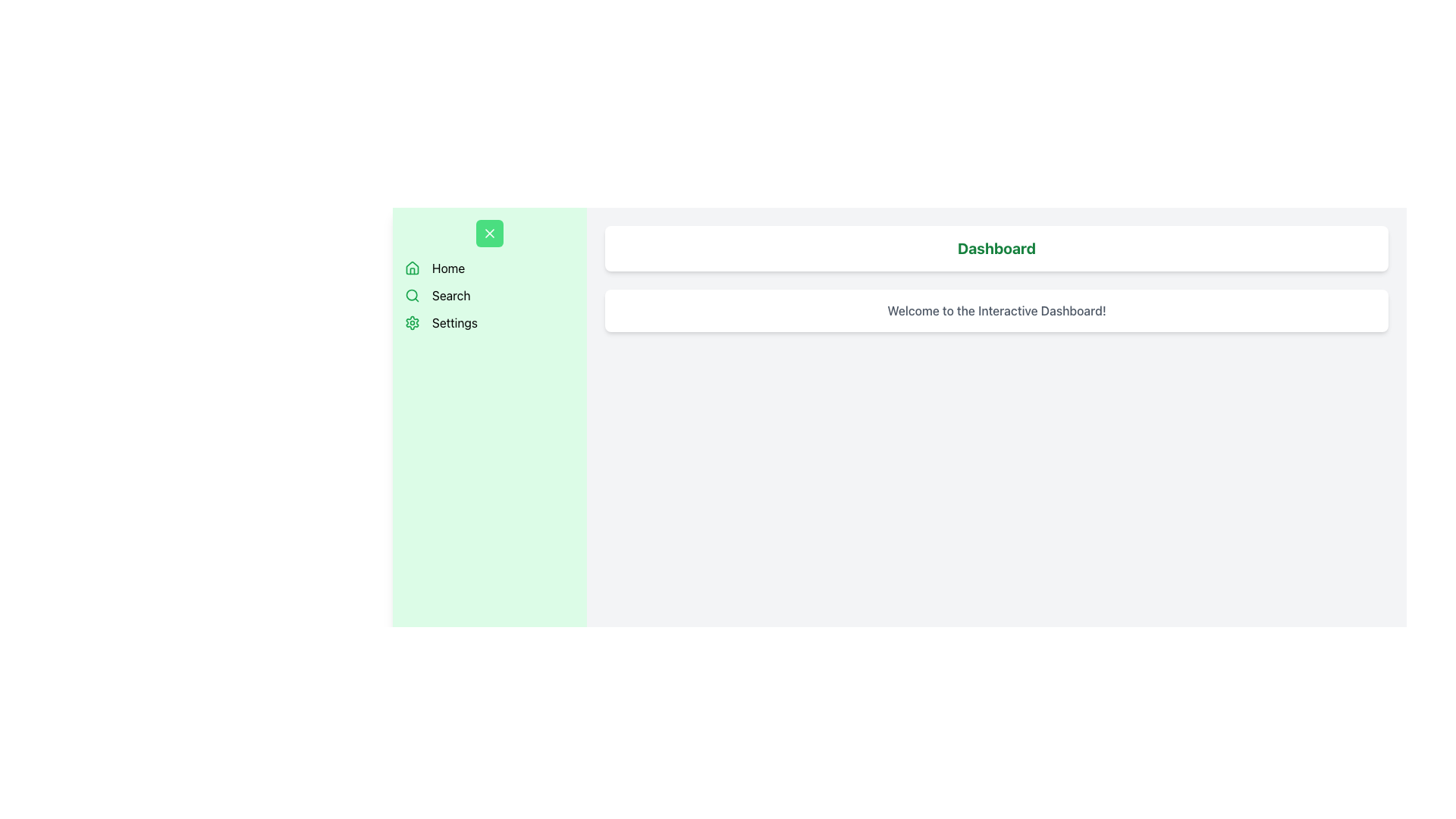 This screenshot has height=819, width=1456. What do you see at coordinates (412, 267) in the screenshot?
I see `the navigation icon for the 'Home' section` at bounding box center [412, 267].